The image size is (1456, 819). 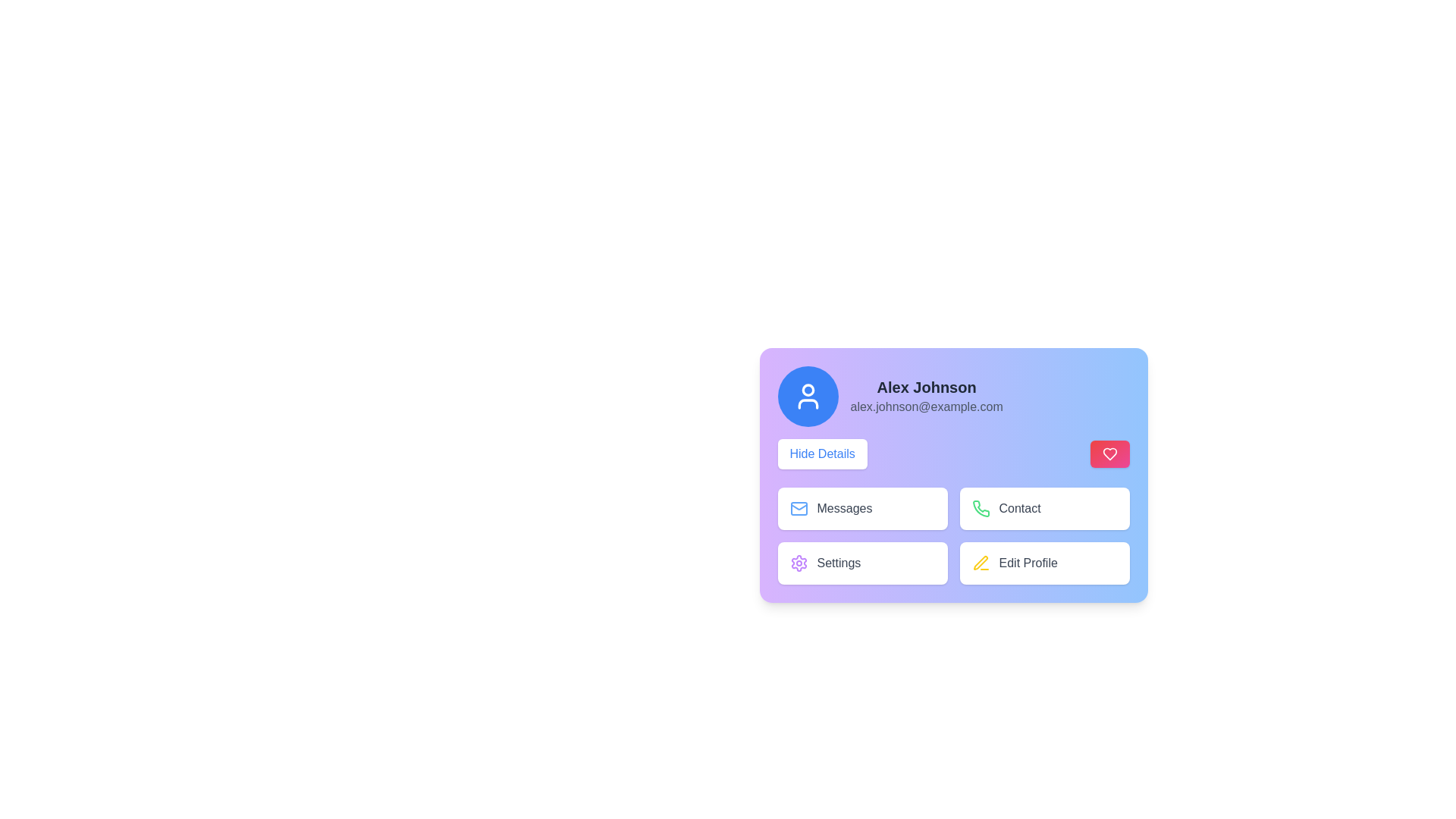 I want to click on the static text element displaying the email 'alex.johnson@example.com', which is styled in gray and positioned beneath the bold title 'Alex Johnson' within the card interface, so click(x=926, y=406).